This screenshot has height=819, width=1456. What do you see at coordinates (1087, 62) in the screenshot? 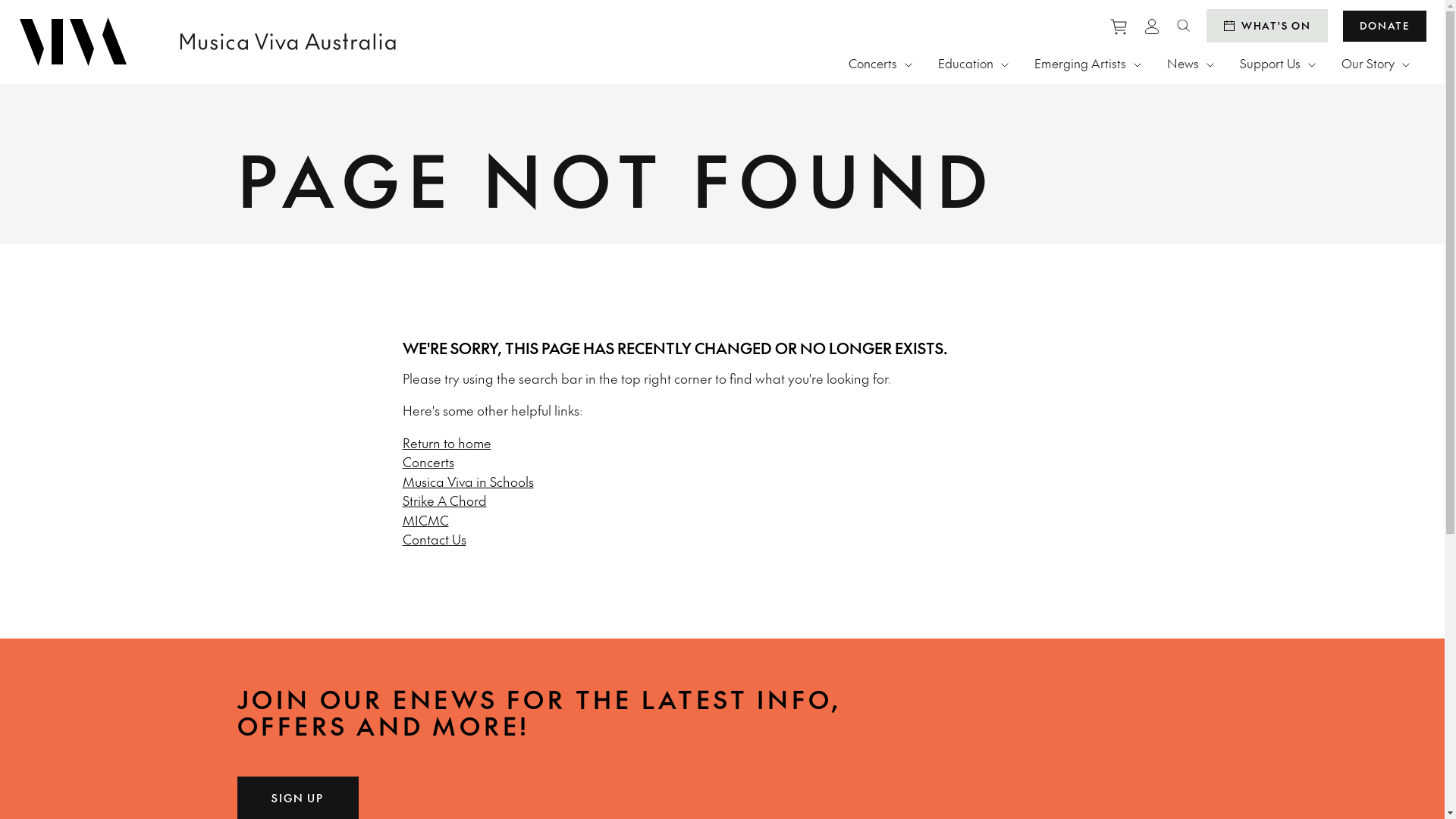
I see `'Emerging Artists'` at bounding box center [1087, 62].